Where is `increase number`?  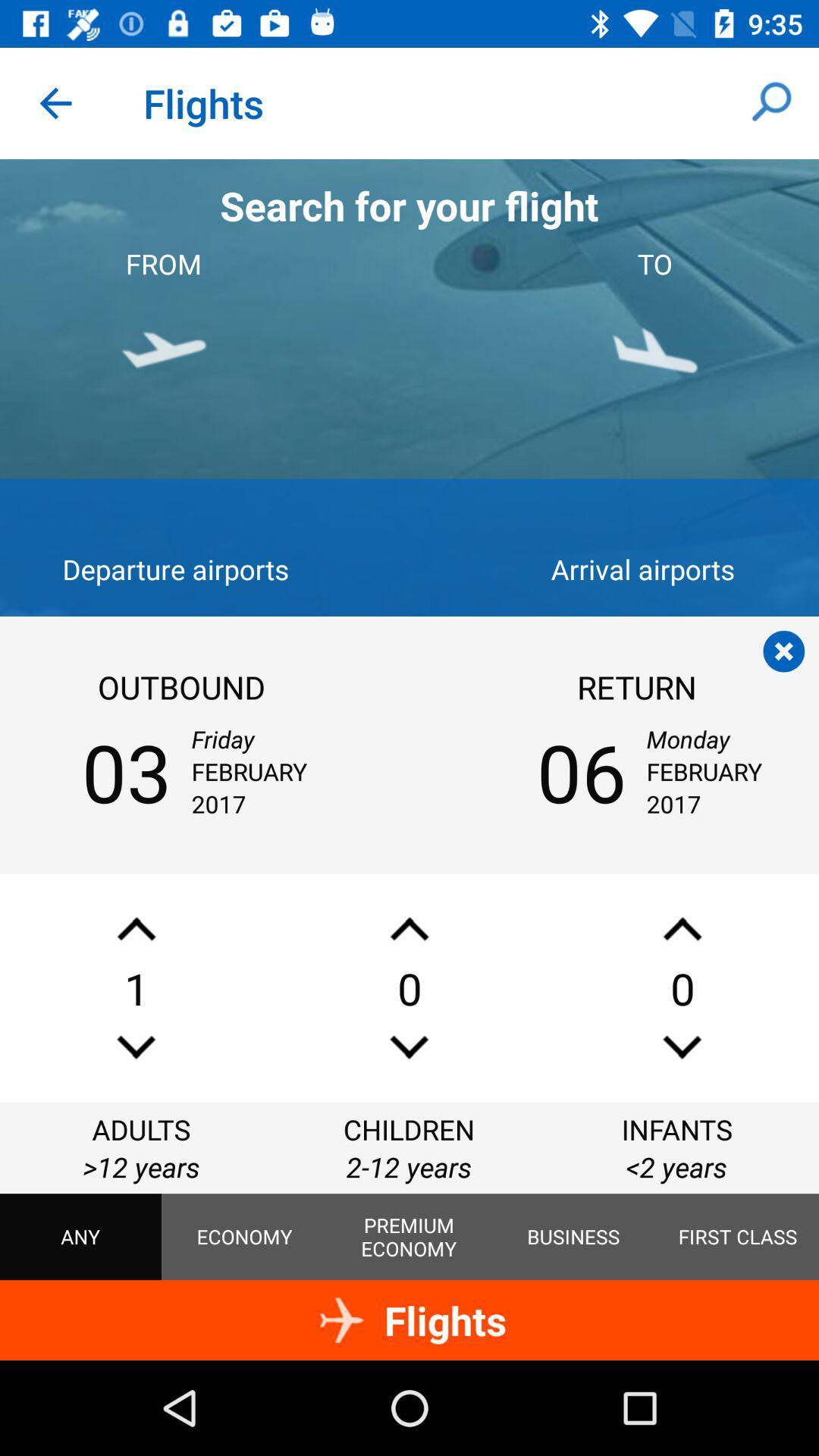 increase number is located at coordinates (136, 928).